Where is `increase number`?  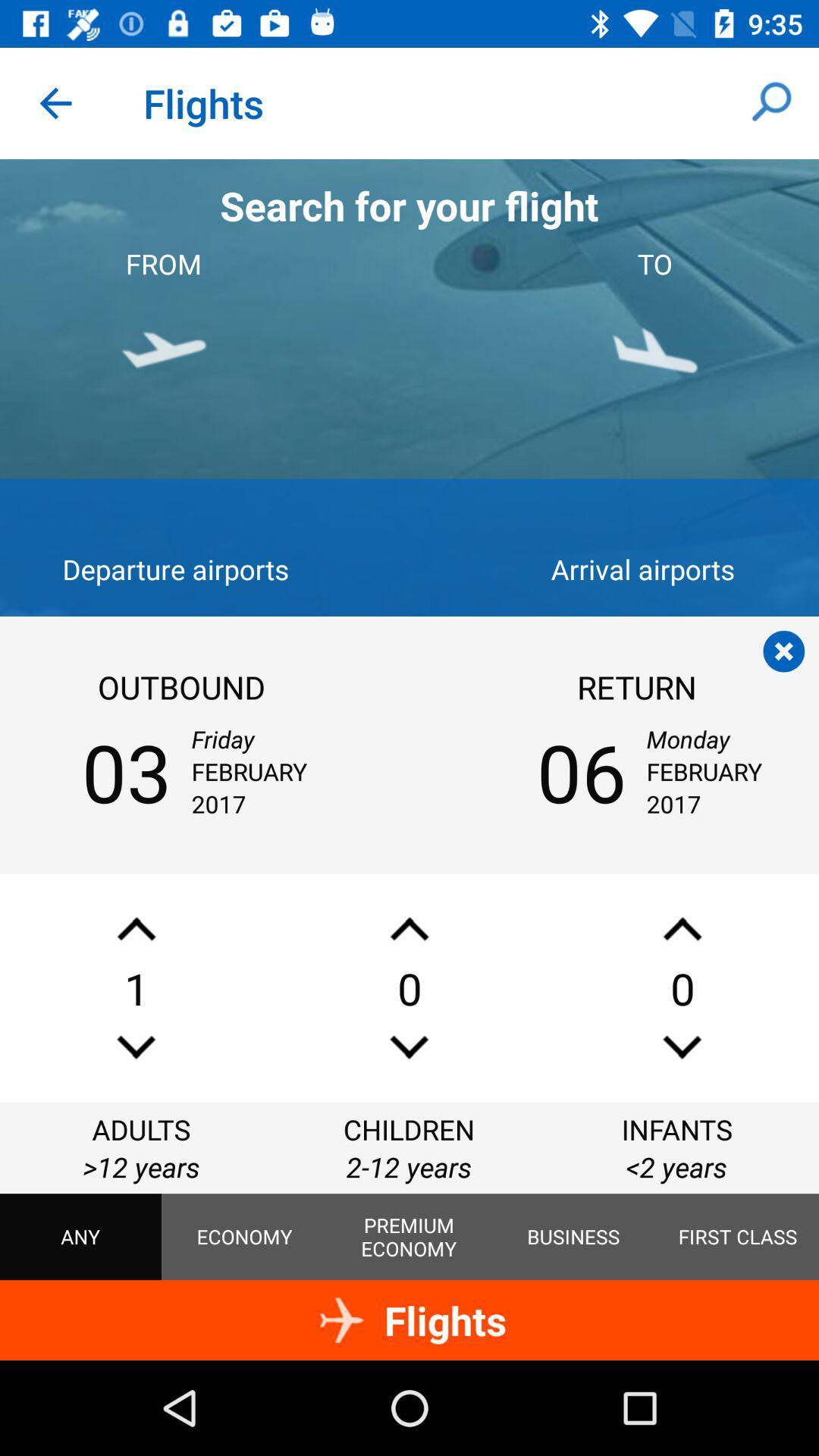 increase number is located at coordinates (136, 928).